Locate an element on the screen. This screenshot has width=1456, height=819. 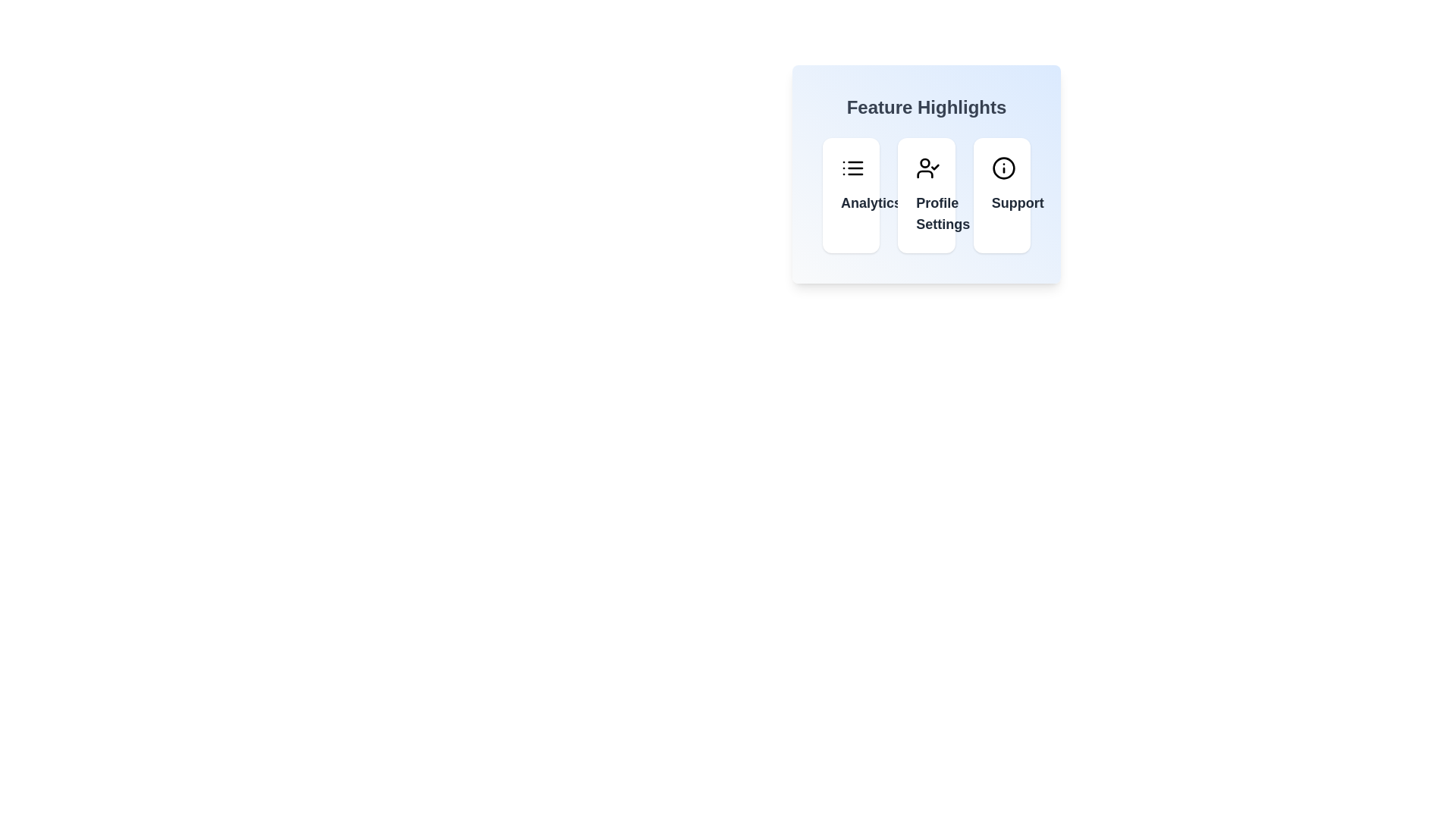
the circular SVG element that represents a part of the 'Profile Settings' icon, located in the center of the 'Feature Highlights' section is located at coordinates (924, 163).